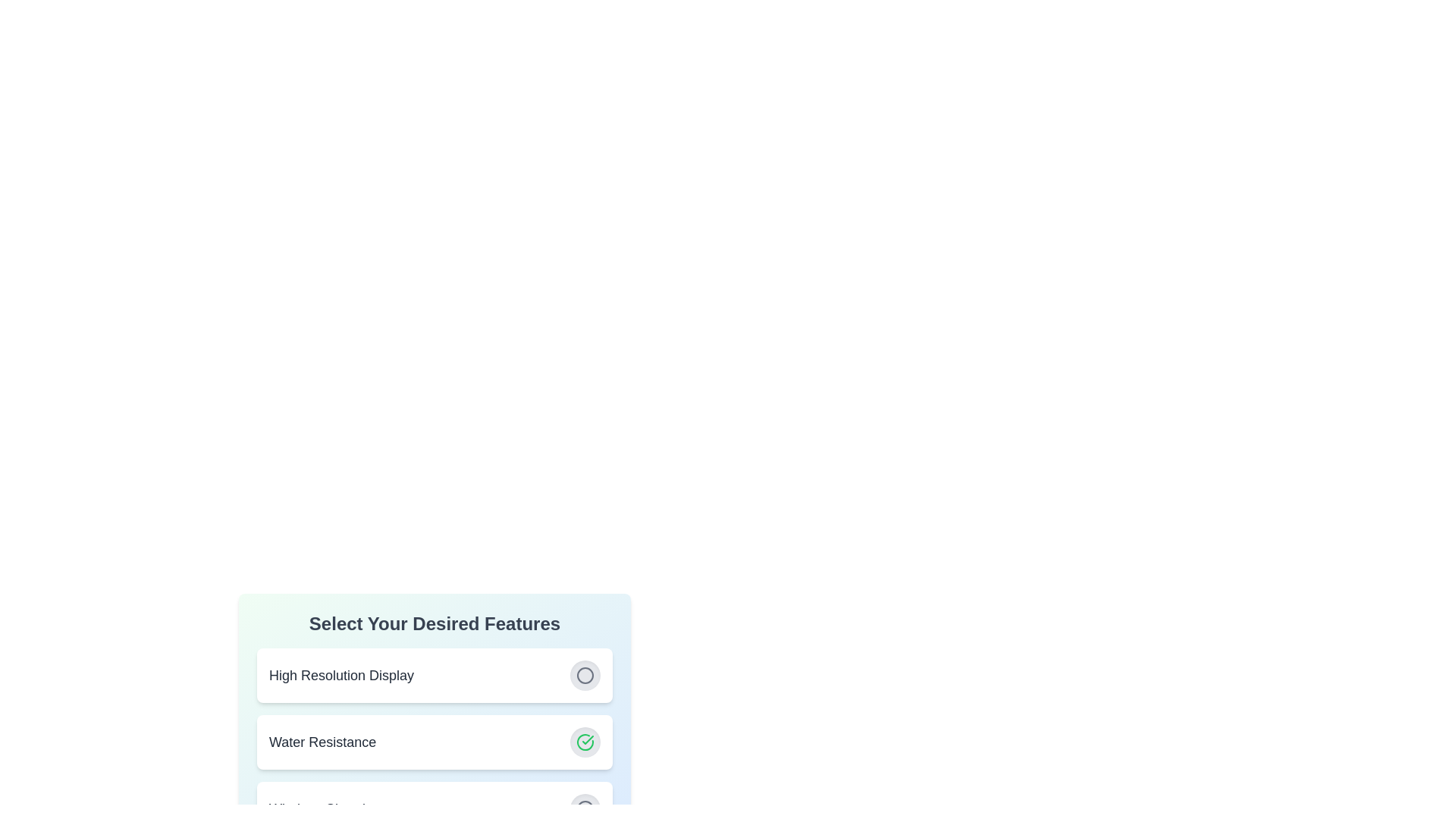 The height and width of the screenshot is (819, 1456). What do you see at coordinates (585, 675) in the screenshot?
I see `the small SVG Circle styled with a stroke and no fill, located within the list item labeled 'High Resolution Display'` at bounding box center [585, 675].